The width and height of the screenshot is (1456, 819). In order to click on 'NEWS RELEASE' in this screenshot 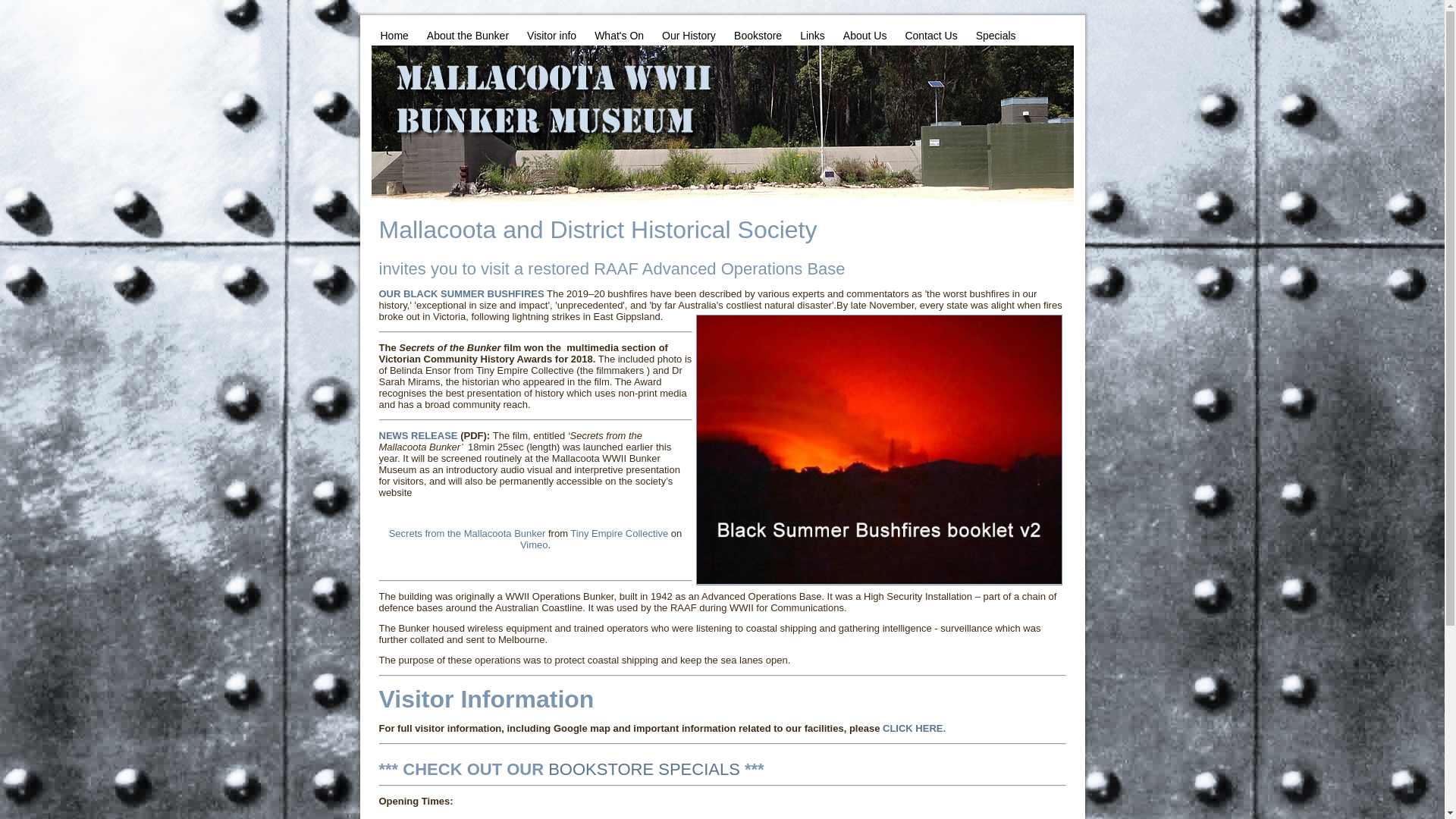, I will do `click(419, 435)`.